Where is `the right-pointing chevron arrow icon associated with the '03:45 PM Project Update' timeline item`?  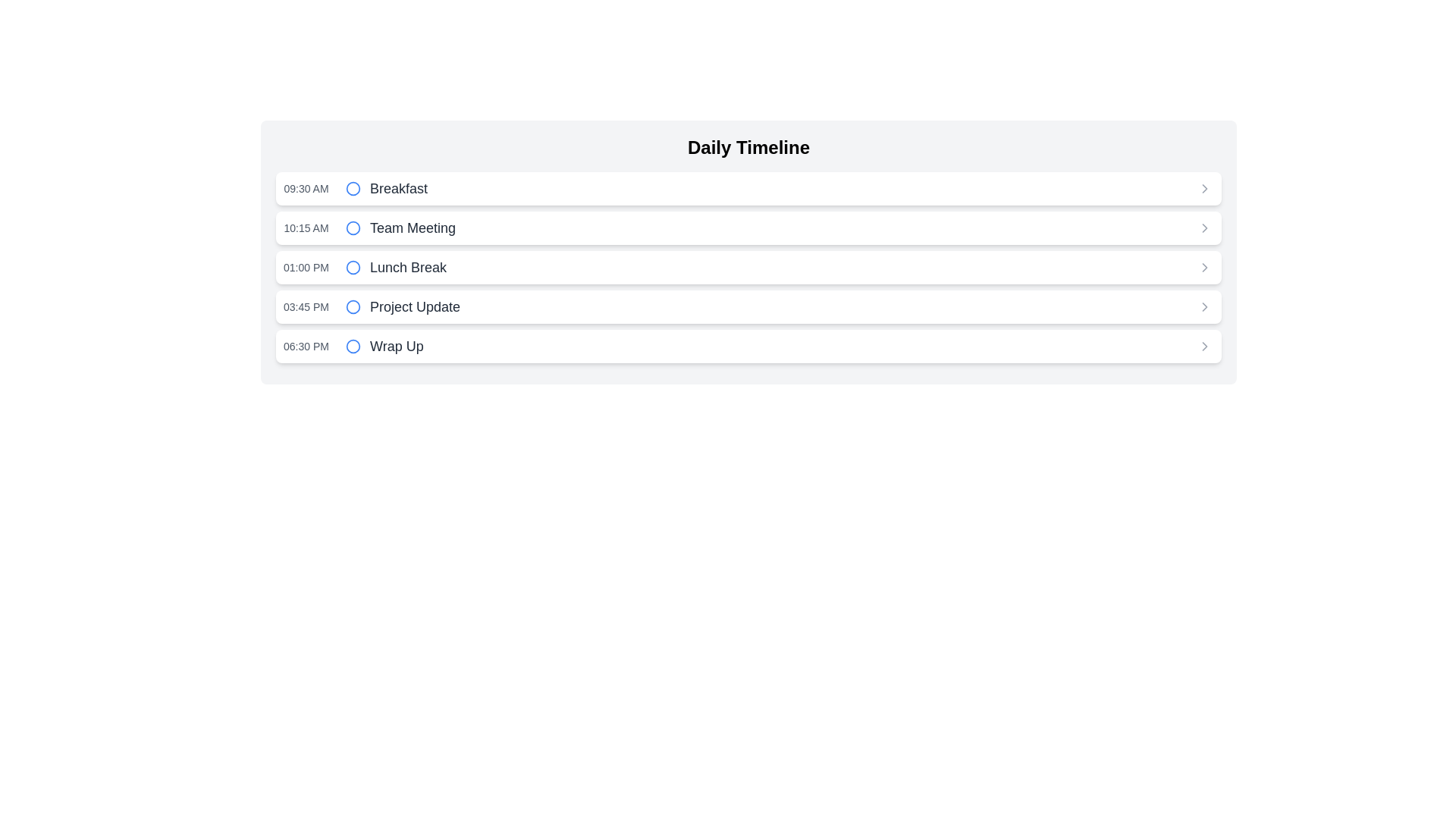 the right-pointing chevron arrow icon associated with the '03:45 PM Project Update' timeline item is located at coordinates (1203, 307).